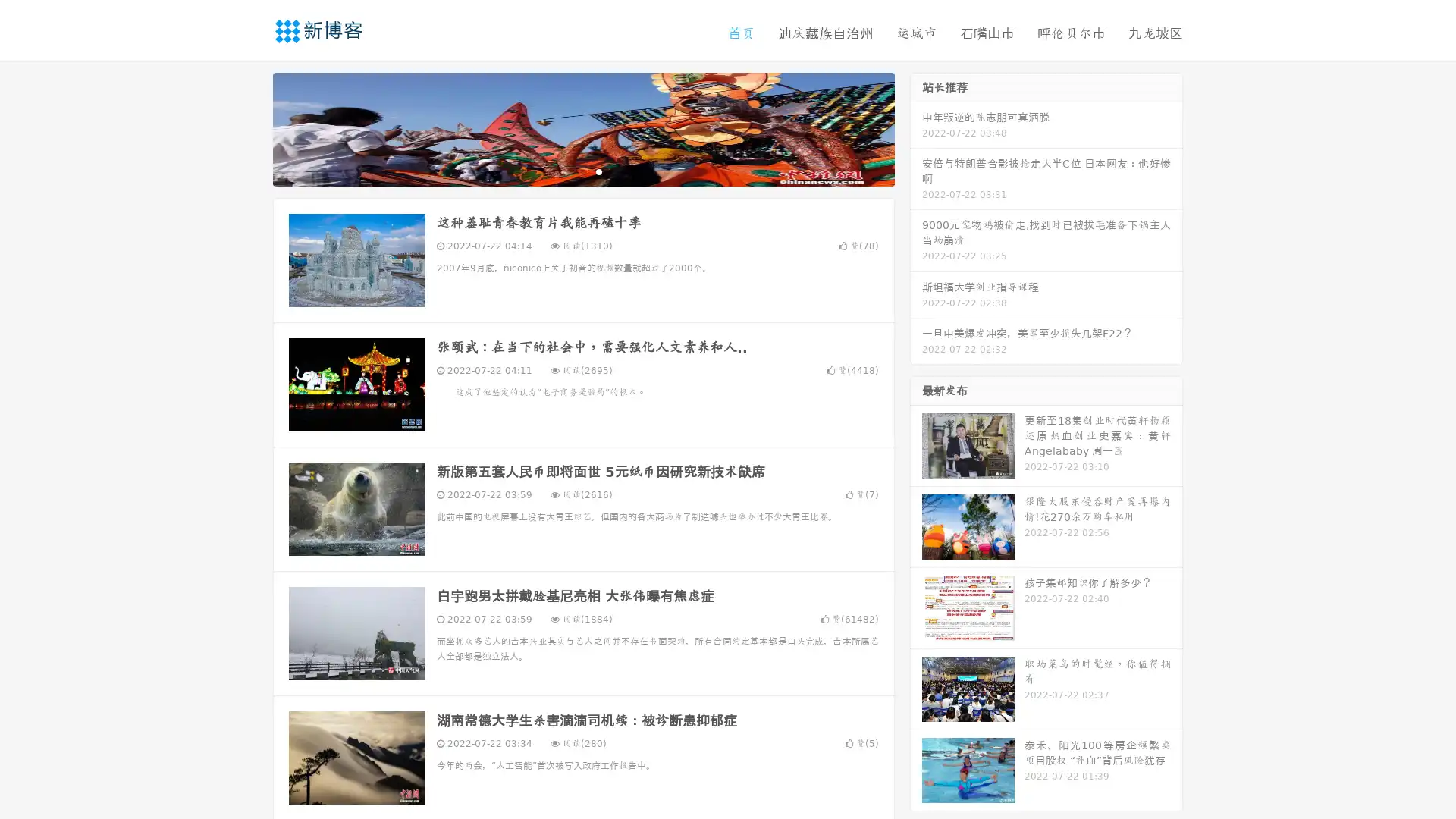 The width and height of the screenshot is (1456, 819). I want to click on Previous slide, so click(250, 127).